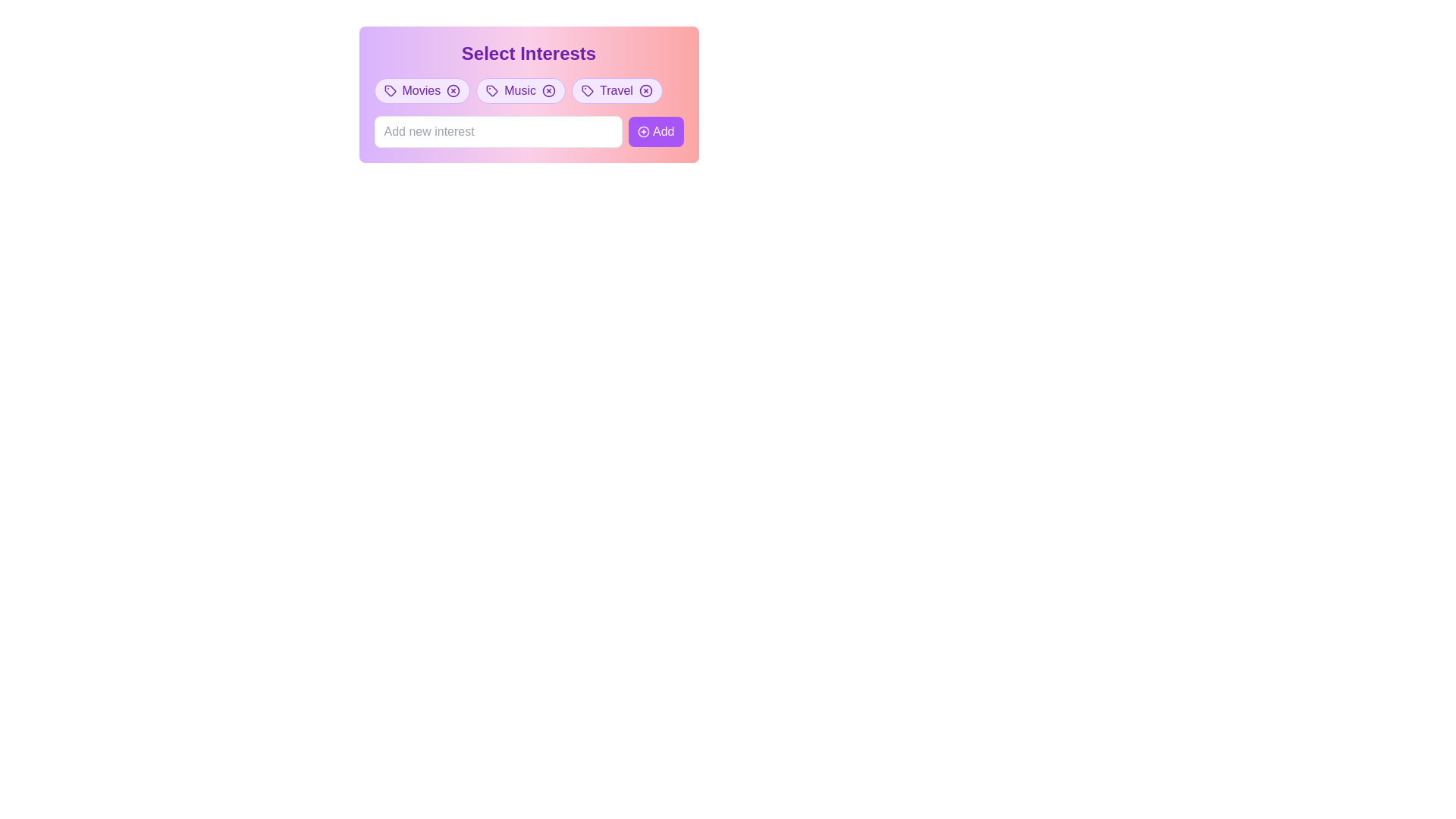  Describe the element at coordinates (644, 130) in the screenshot. I see `the decorative icon located within the purple 'Add' button to understand its functionality for adding a new item or interest` at that location.